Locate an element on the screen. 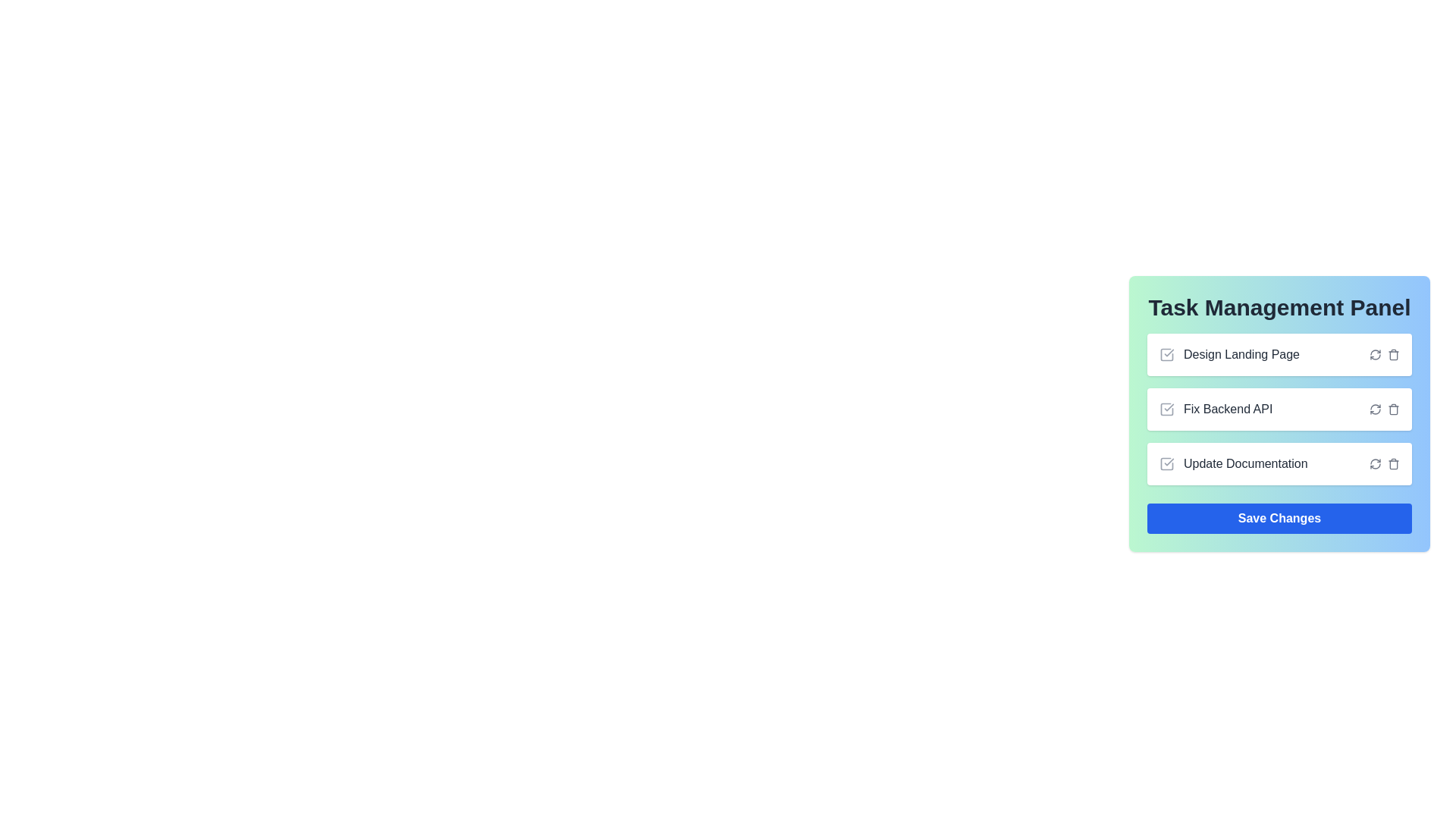 The width and height of the screenshot is (1456, 819). the right icon (trash bin) is located at coordinates (1384, 409).